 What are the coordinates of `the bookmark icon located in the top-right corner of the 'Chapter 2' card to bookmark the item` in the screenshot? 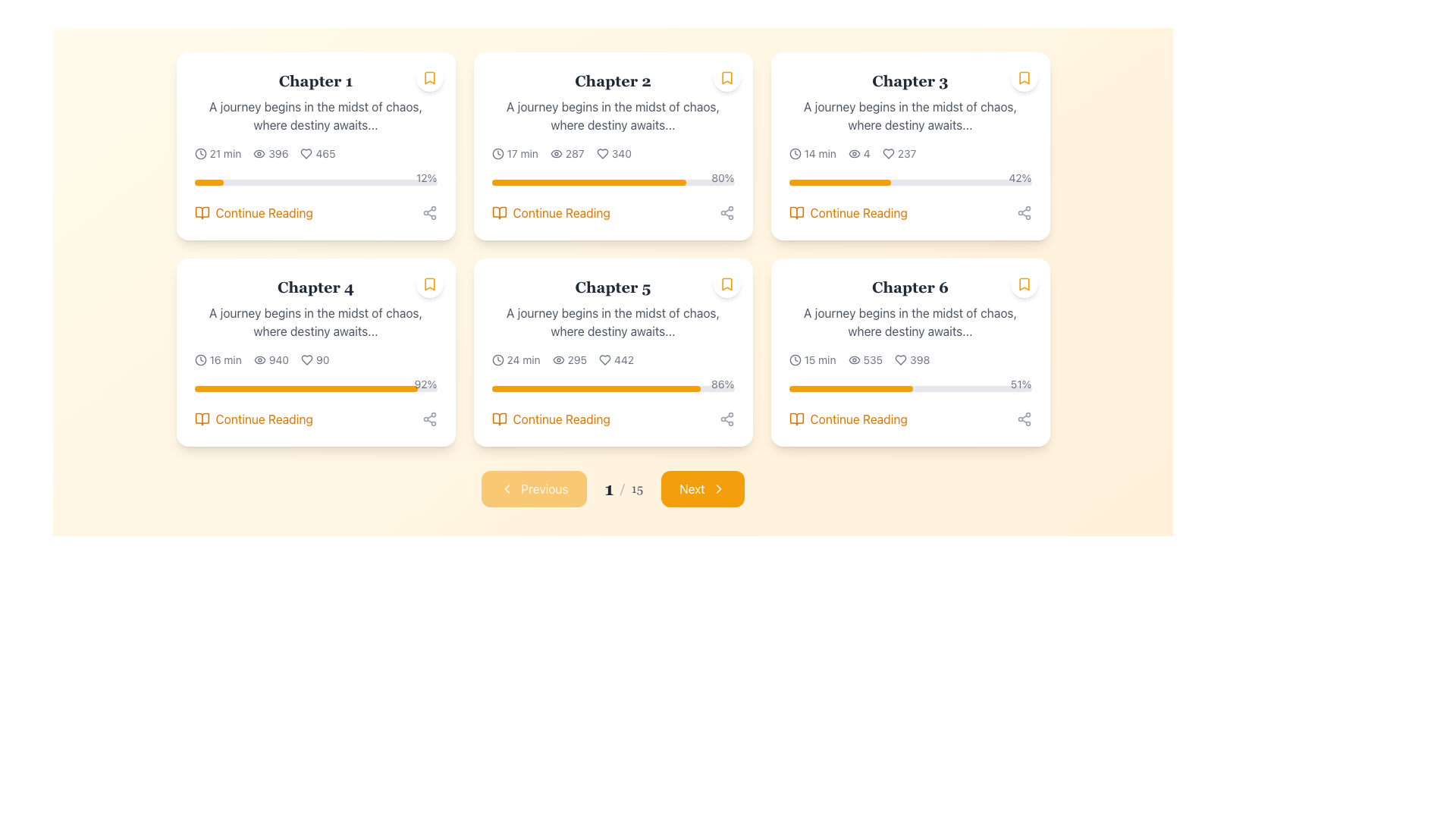 It's located at (726, 78).